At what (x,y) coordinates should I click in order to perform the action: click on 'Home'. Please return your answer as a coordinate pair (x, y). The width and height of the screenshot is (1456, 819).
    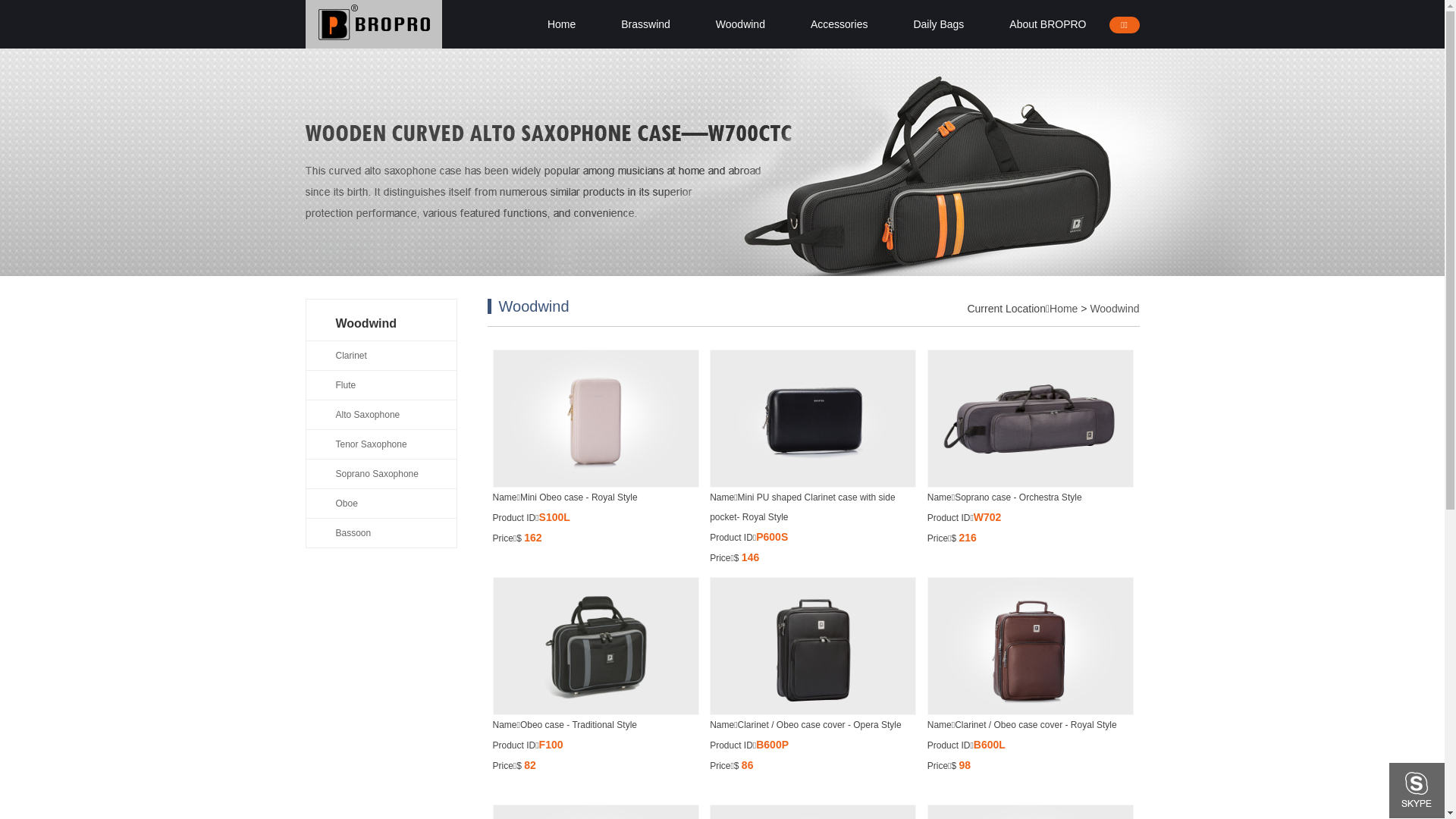
    Looking at the image, I should click on (1048, 308).